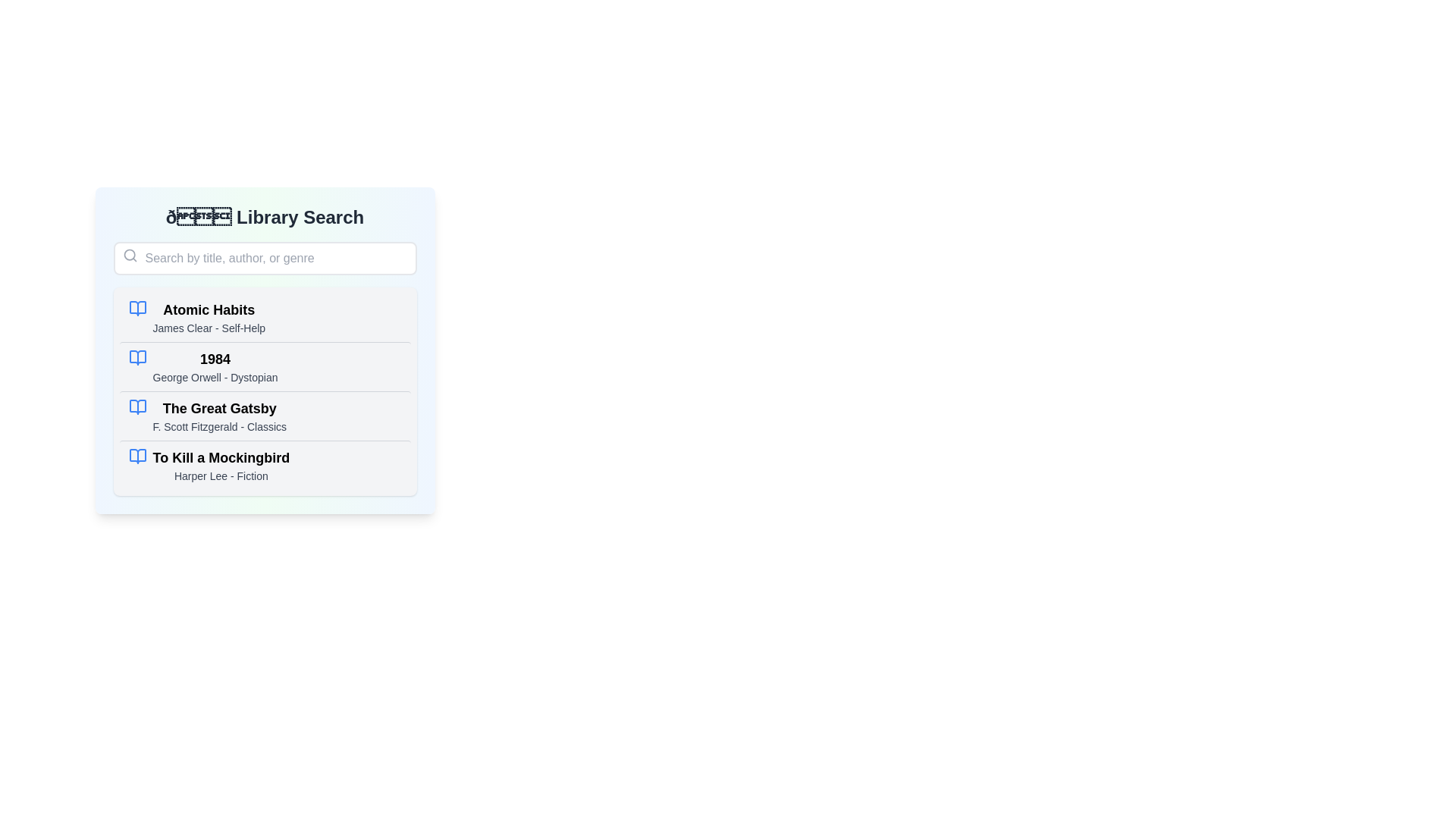 The height and width of the screenshot is (819, 1456). Describe the element at coordinates (137, 455) in the screenshot. I see `the visual appearance of the blue-colored book-shaped icon at the beginning of the 'To Kill a Mockingbird - Harper Lee - Fiction' list item` at that location.